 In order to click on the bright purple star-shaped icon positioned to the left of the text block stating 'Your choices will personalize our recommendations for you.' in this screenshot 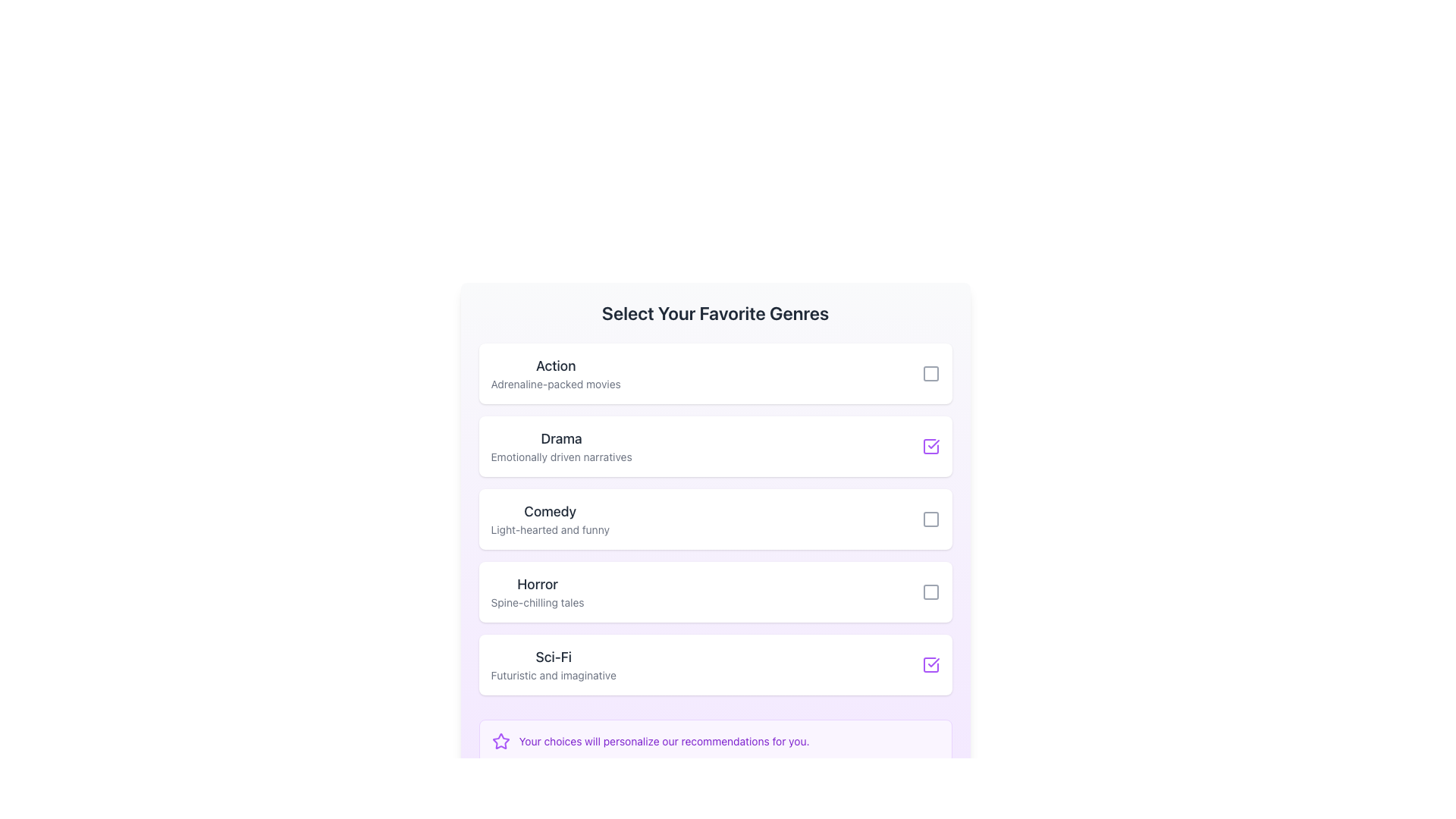, I will do `click(500, 741)`.